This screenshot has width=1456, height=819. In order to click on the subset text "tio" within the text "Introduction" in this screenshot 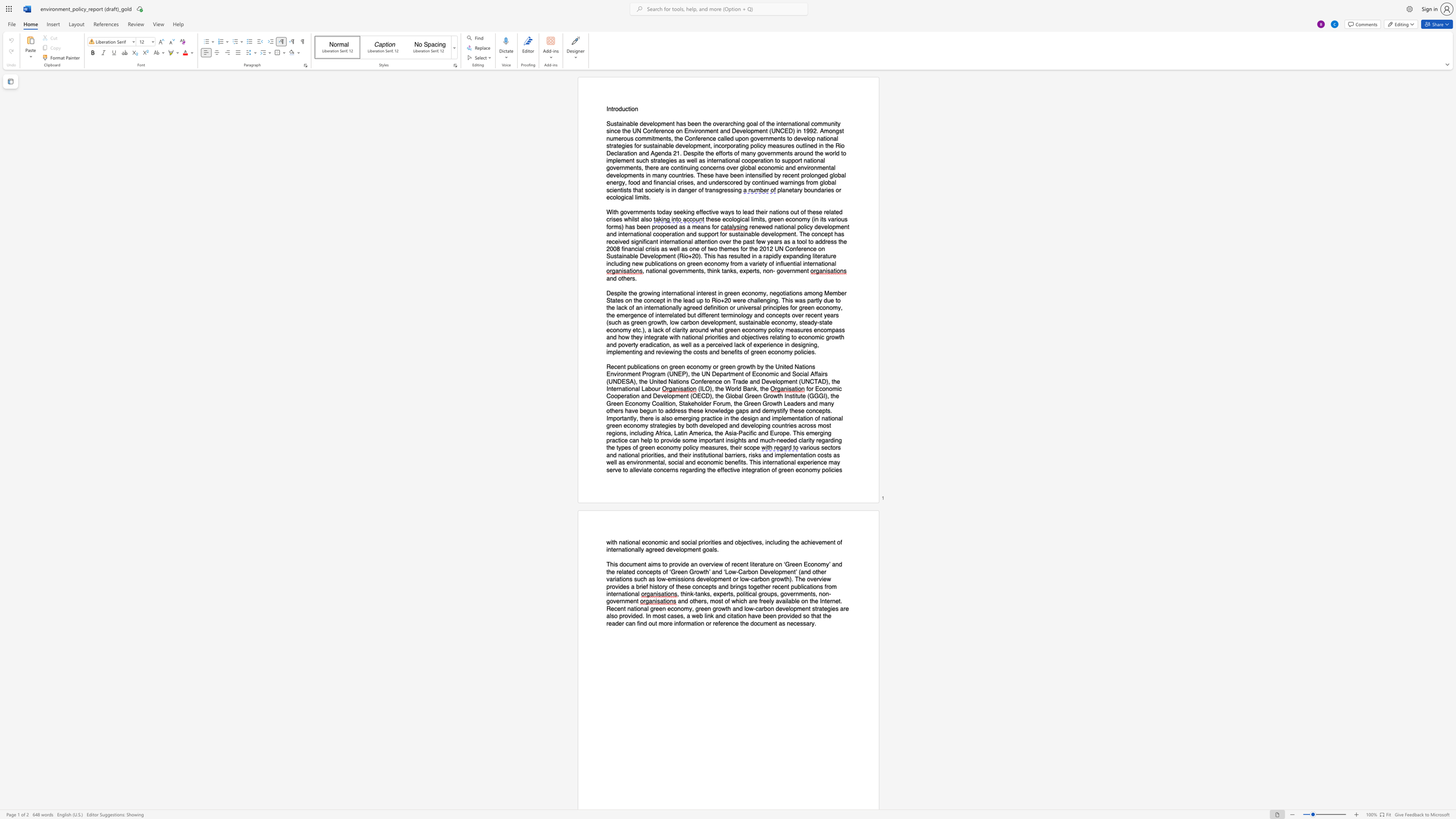, I will do `click(628, 109)`.